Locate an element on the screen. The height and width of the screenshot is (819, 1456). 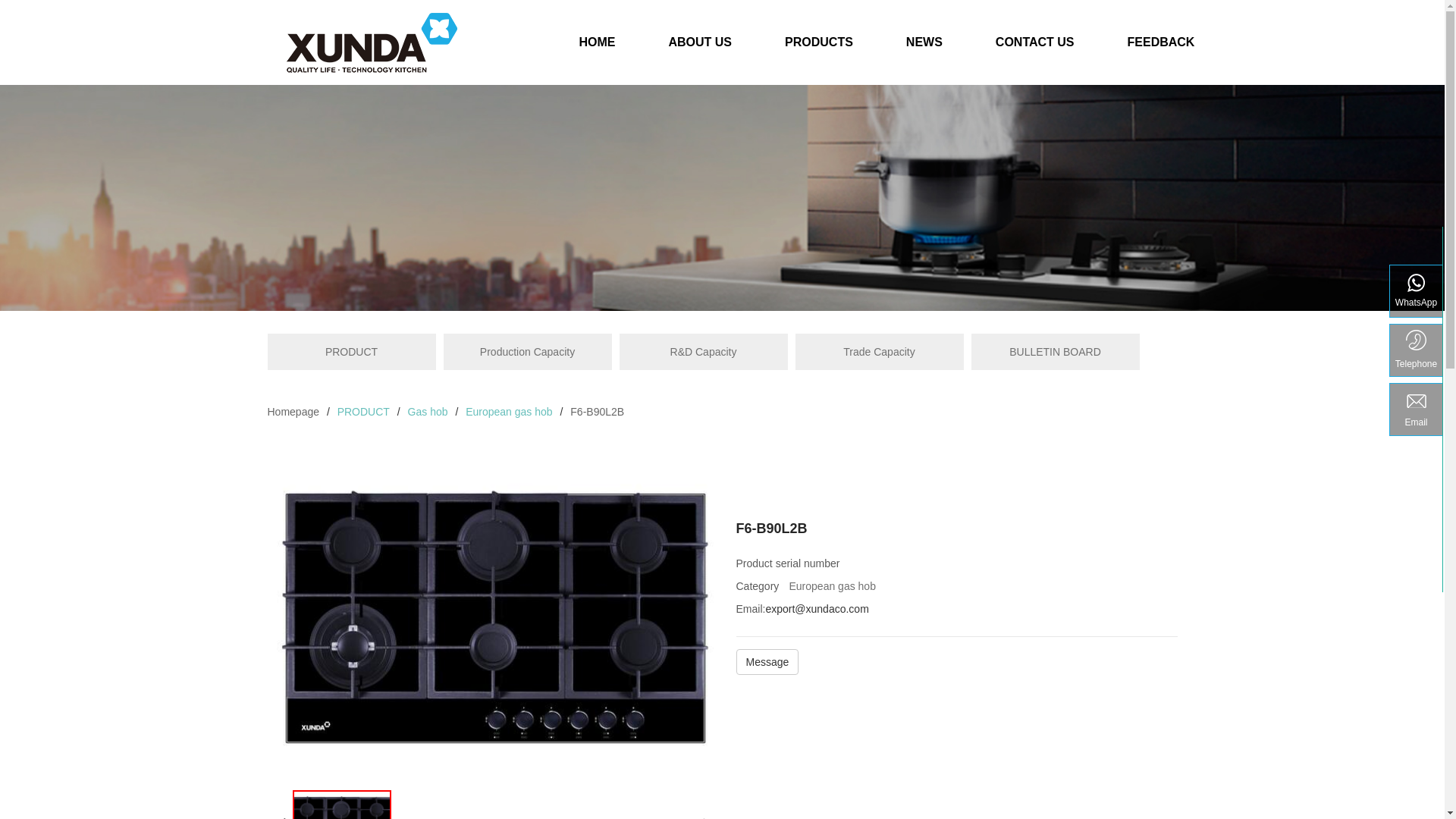
'Trade Capacity' is located at coordinates (878, 351).